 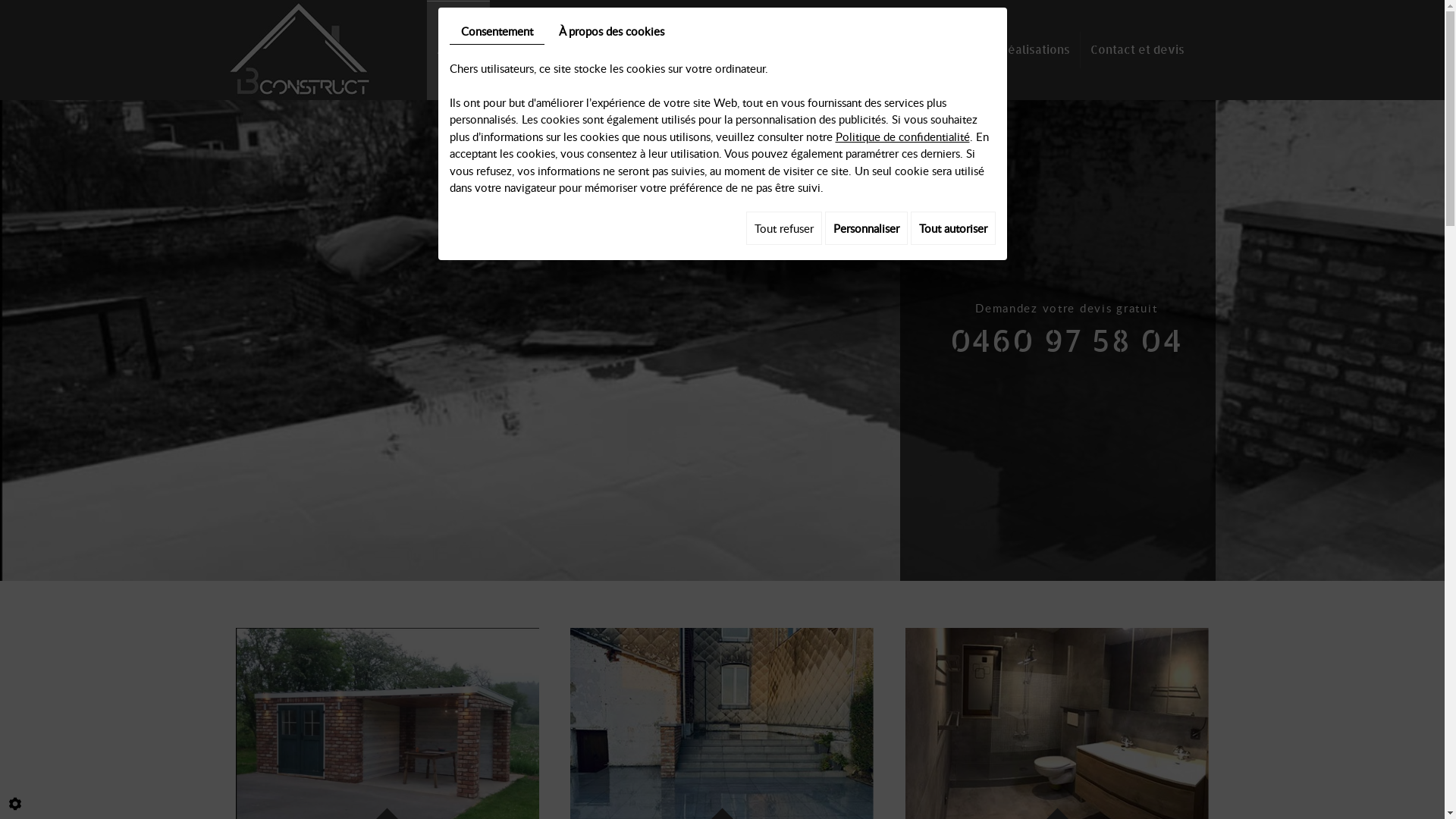 I want to click on '0460 97 58 04', so click(x=1065, y=339).